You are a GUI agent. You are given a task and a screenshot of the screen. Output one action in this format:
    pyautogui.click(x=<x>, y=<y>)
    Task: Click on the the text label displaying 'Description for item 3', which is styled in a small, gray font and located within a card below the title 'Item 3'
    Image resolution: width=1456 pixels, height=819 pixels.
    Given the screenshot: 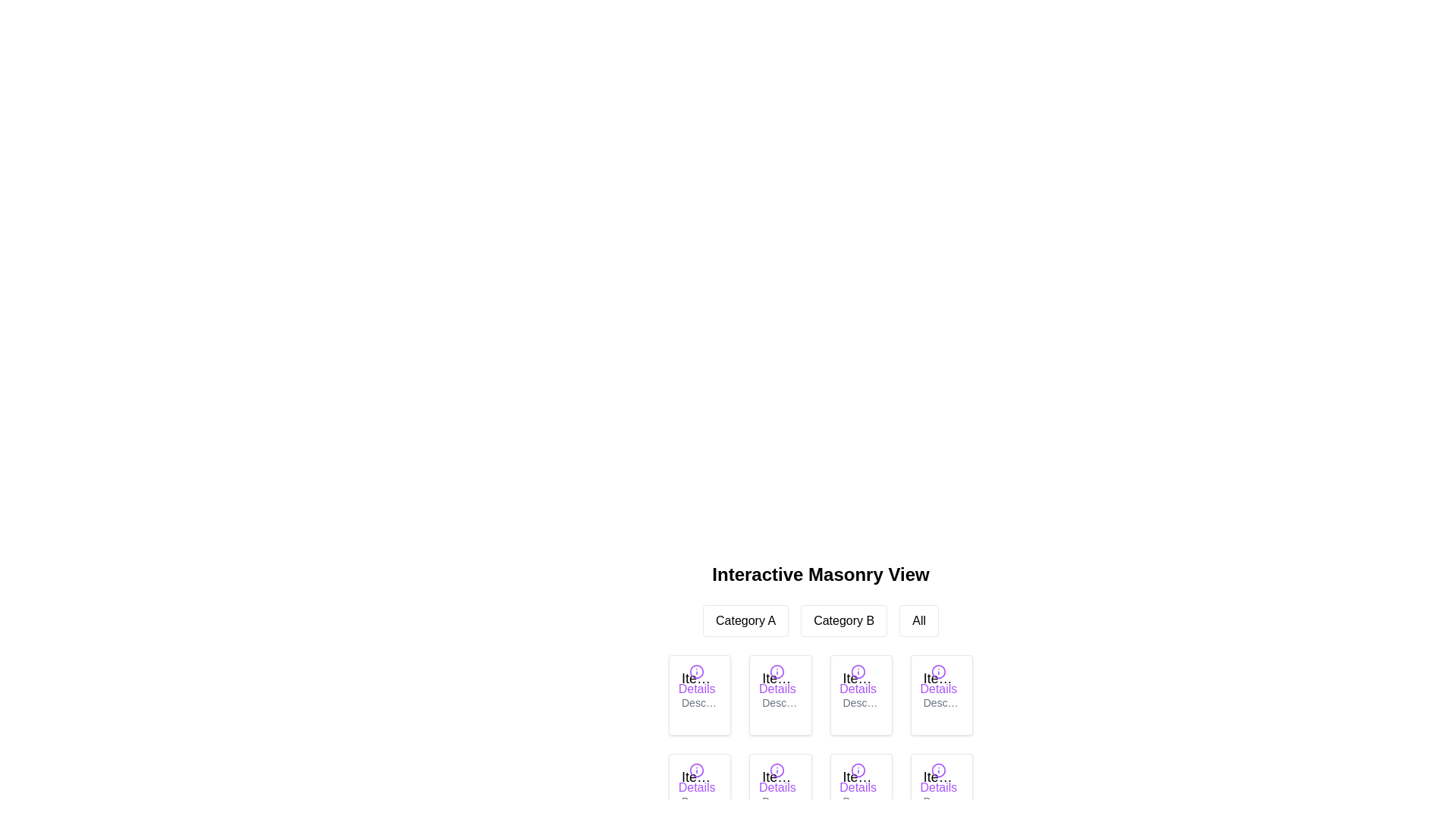 What is the action you would take?
    pyautogui.click(x=861, y=702)
    